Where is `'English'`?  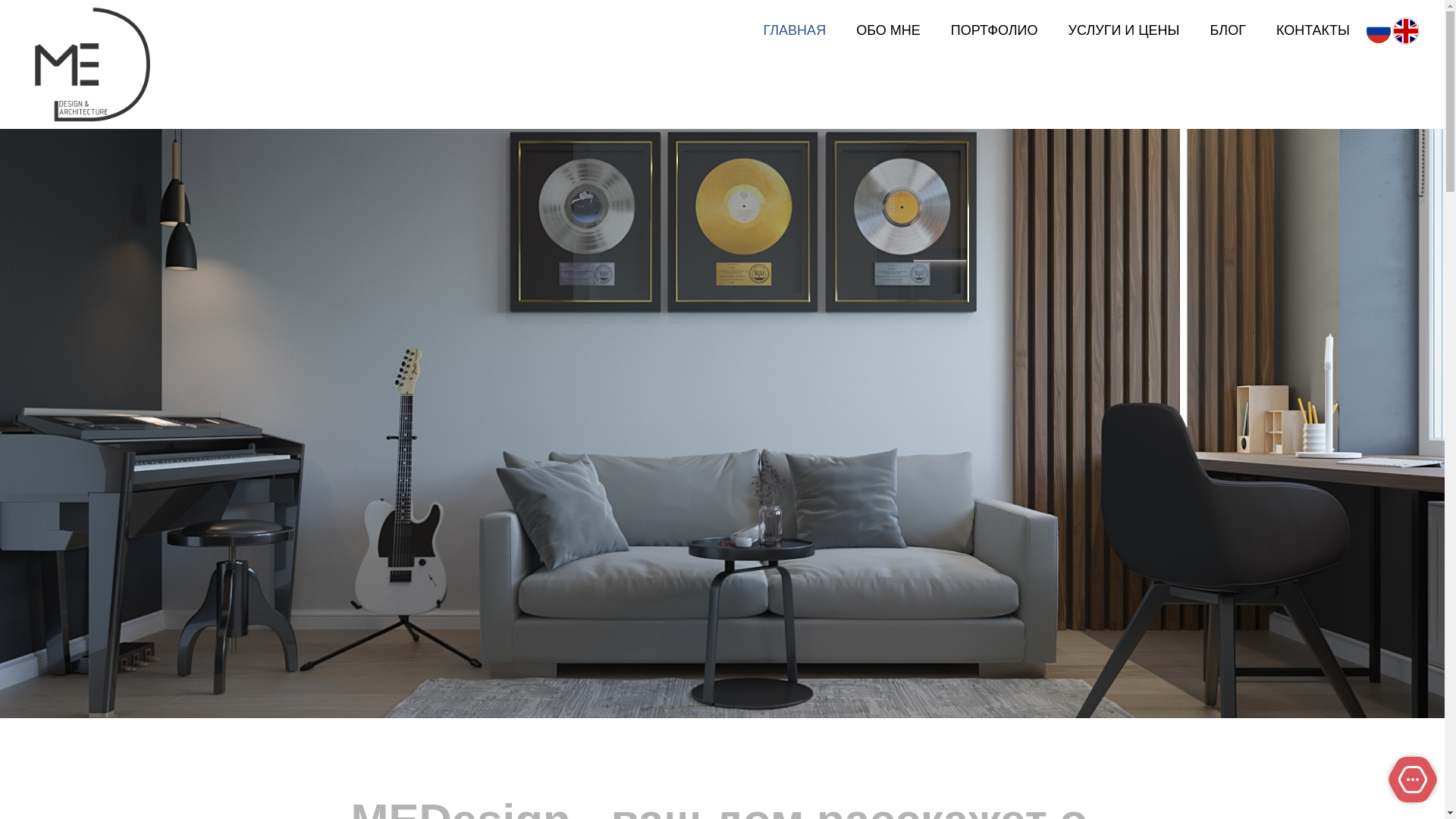
'English' is located at coordinates (1404, 31).